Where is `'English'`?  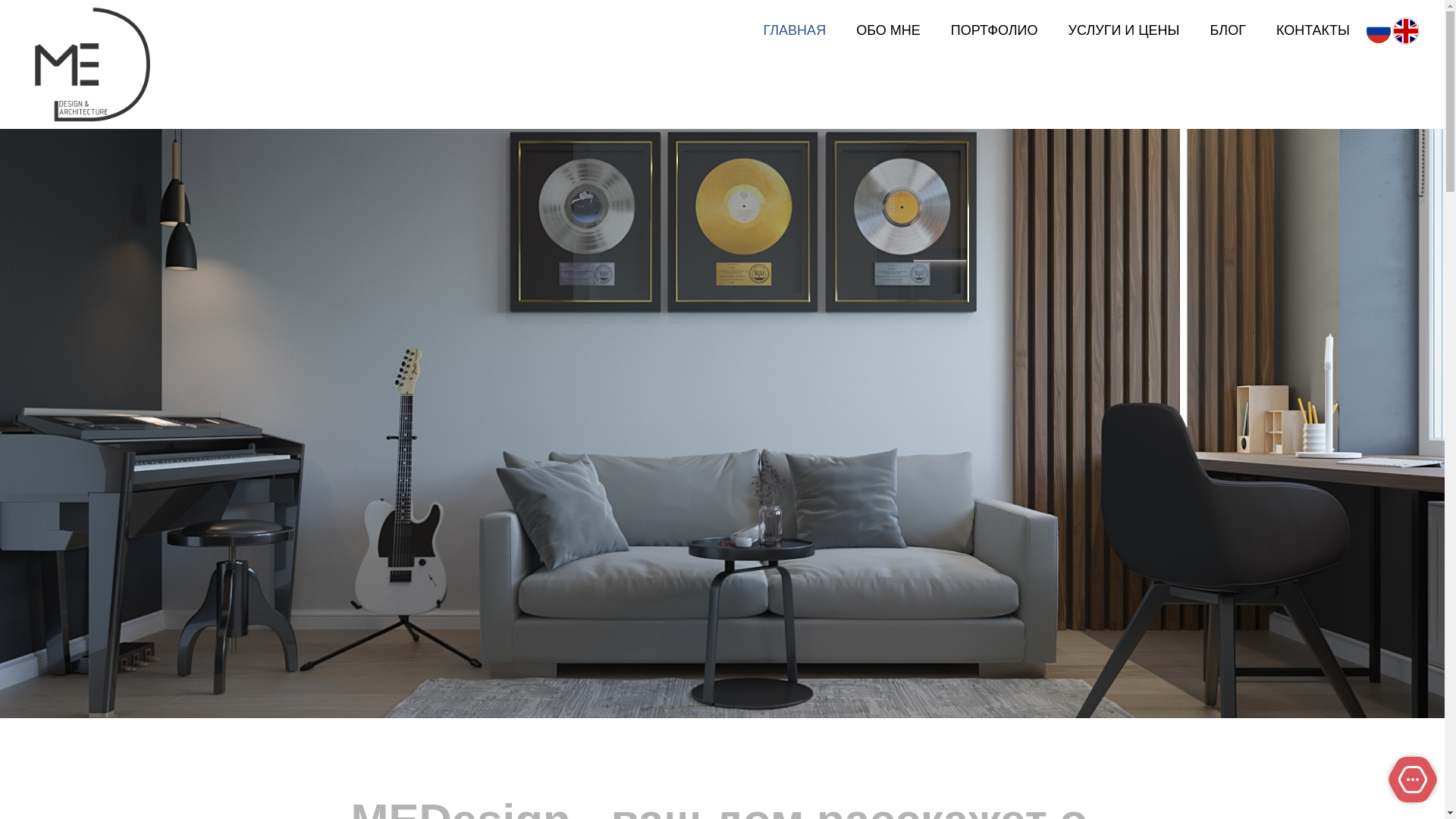
'English' is located at coordinates (1404, 31).